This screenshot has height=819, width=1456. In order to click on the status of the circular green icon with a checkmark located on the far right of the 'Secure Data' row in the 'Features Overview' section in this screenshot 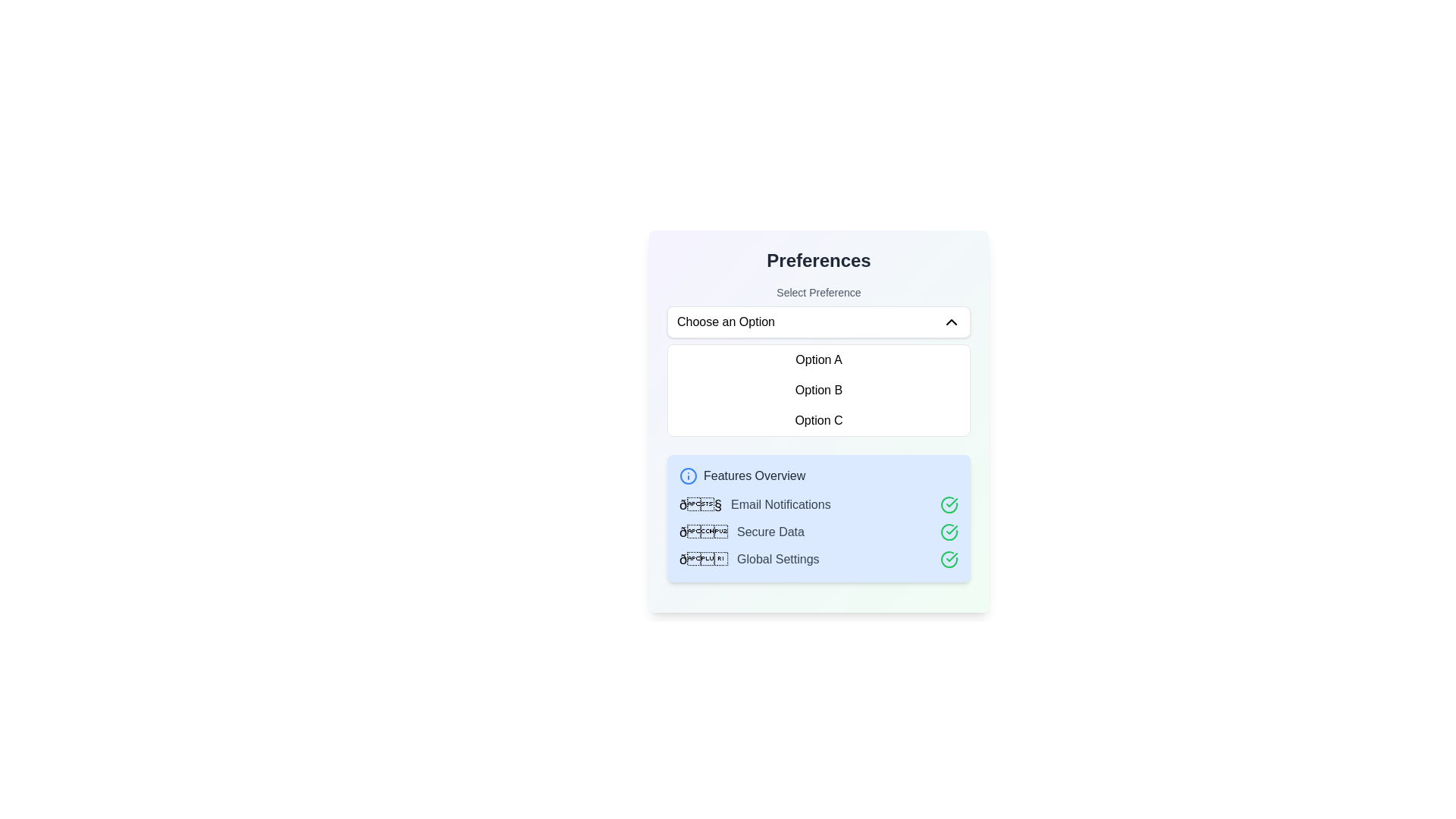, I will do `click(949, 532)`.